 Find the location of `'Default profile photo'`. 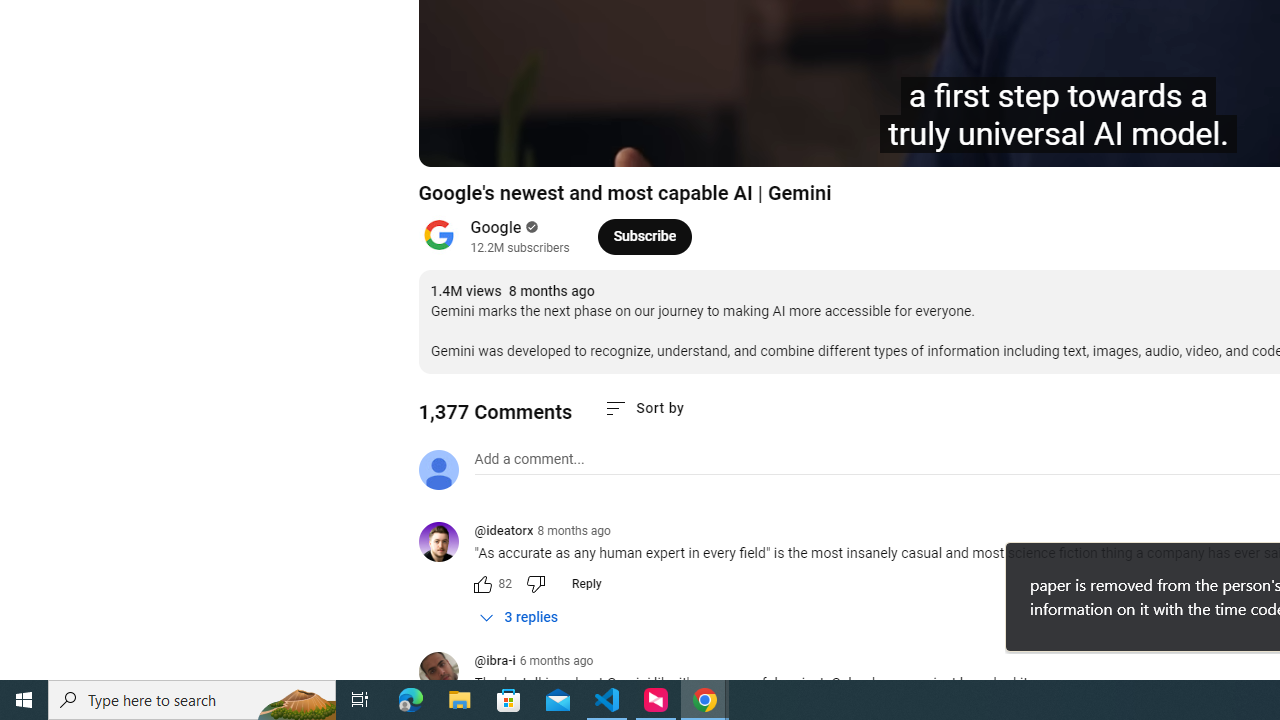

'Default profile photo' is located at coordinates (438, 470).